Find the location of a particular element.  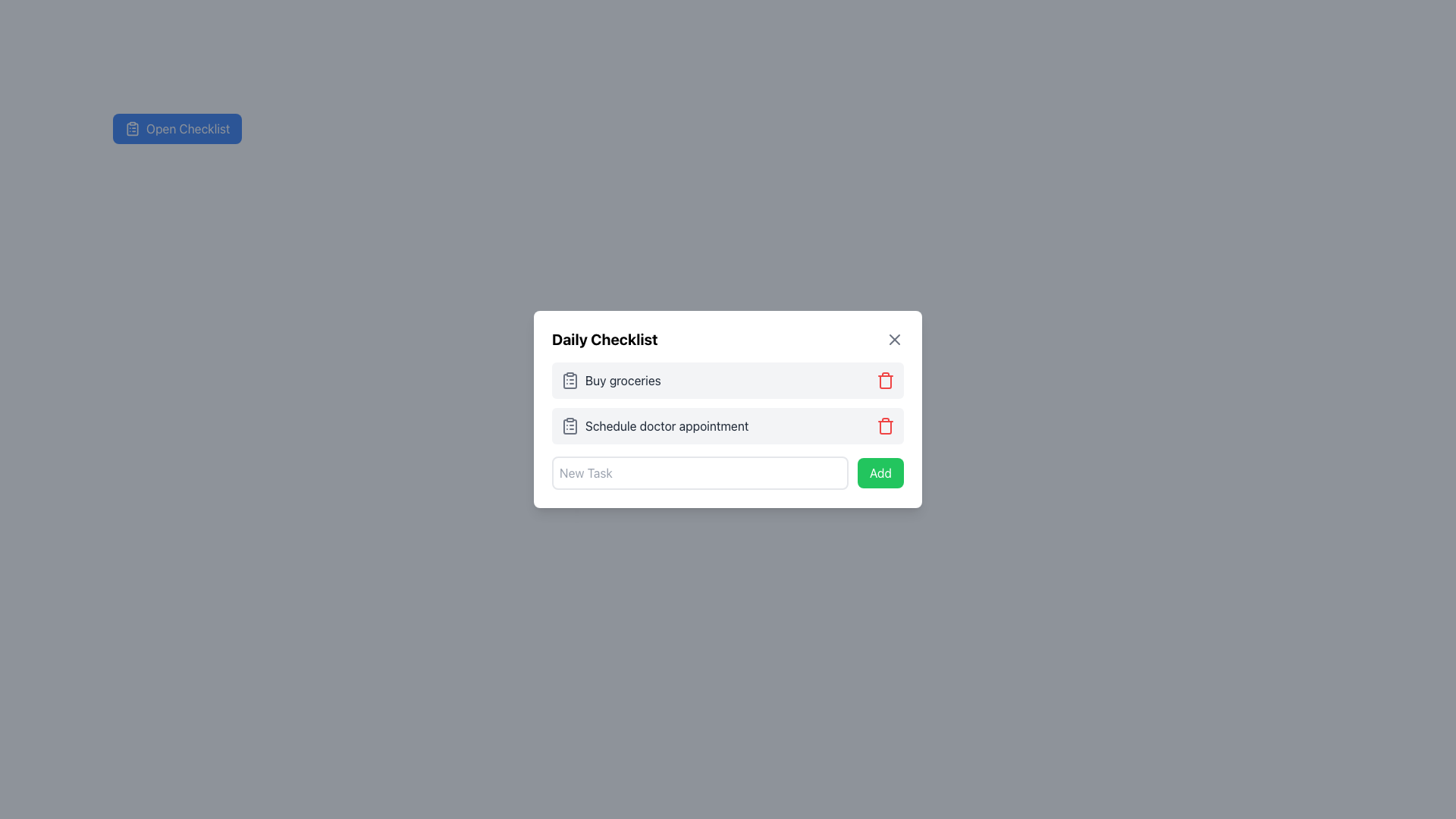

the button that opens or reveals the checklist is located at coordinates (177, 127).